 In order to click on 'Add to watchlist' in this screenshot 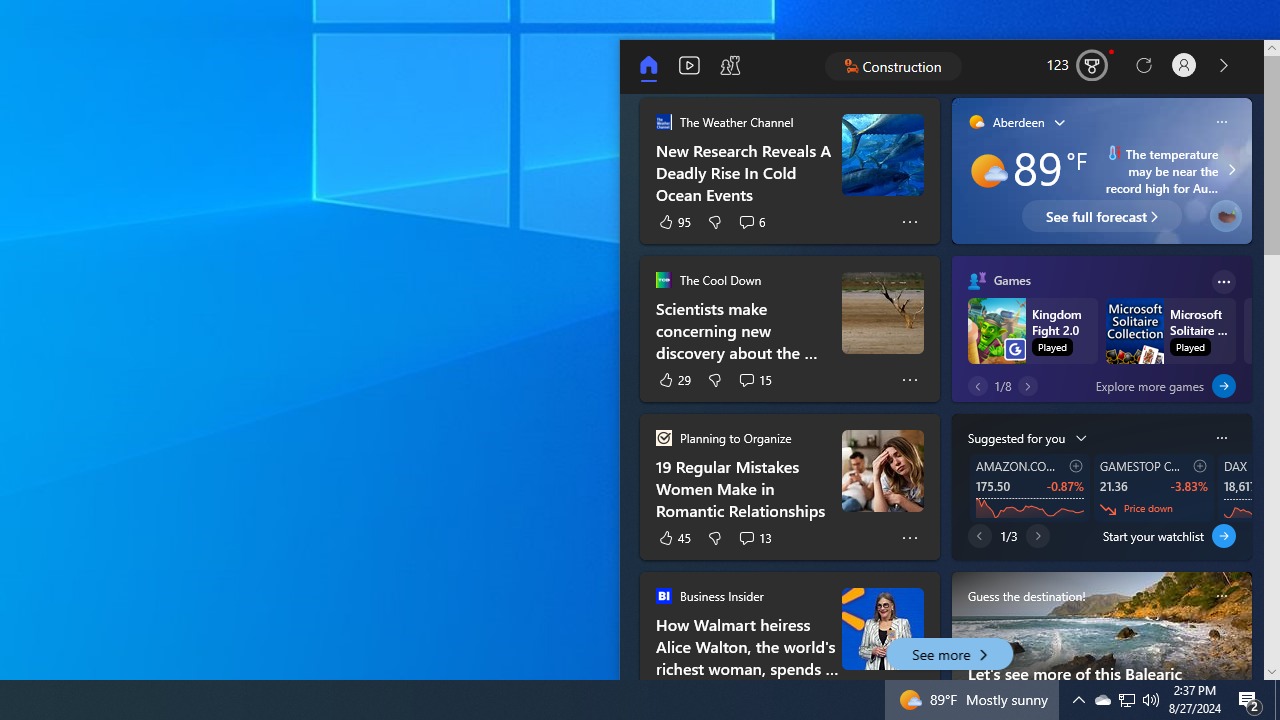, I will do `click(1200, 465)`.